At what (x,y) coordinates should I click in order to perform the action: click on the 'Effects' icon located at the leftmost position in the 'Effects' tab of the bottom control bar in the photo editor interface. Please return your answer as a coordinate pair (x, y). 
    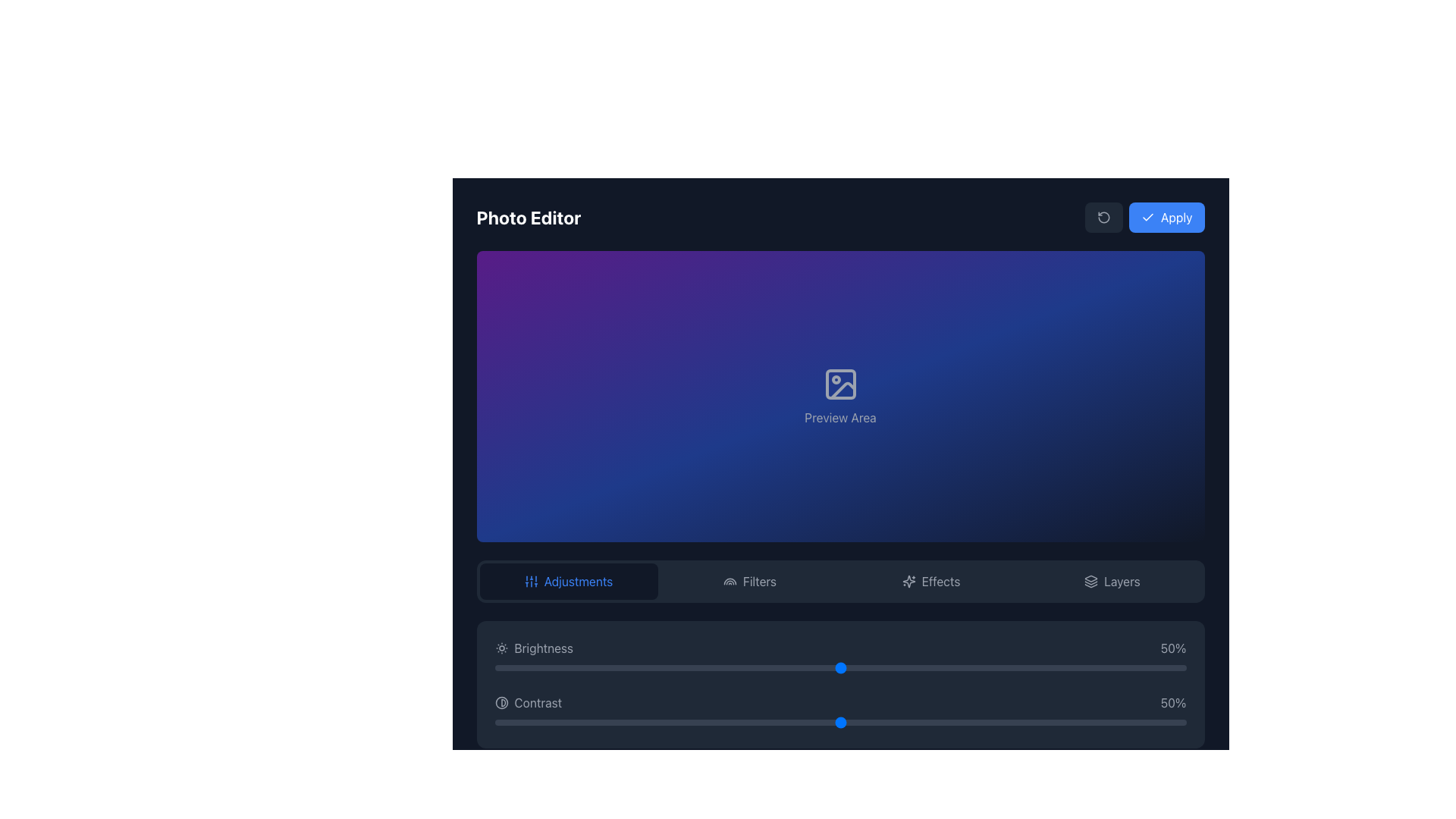
    Looking at the image, I should click on (908, 581).